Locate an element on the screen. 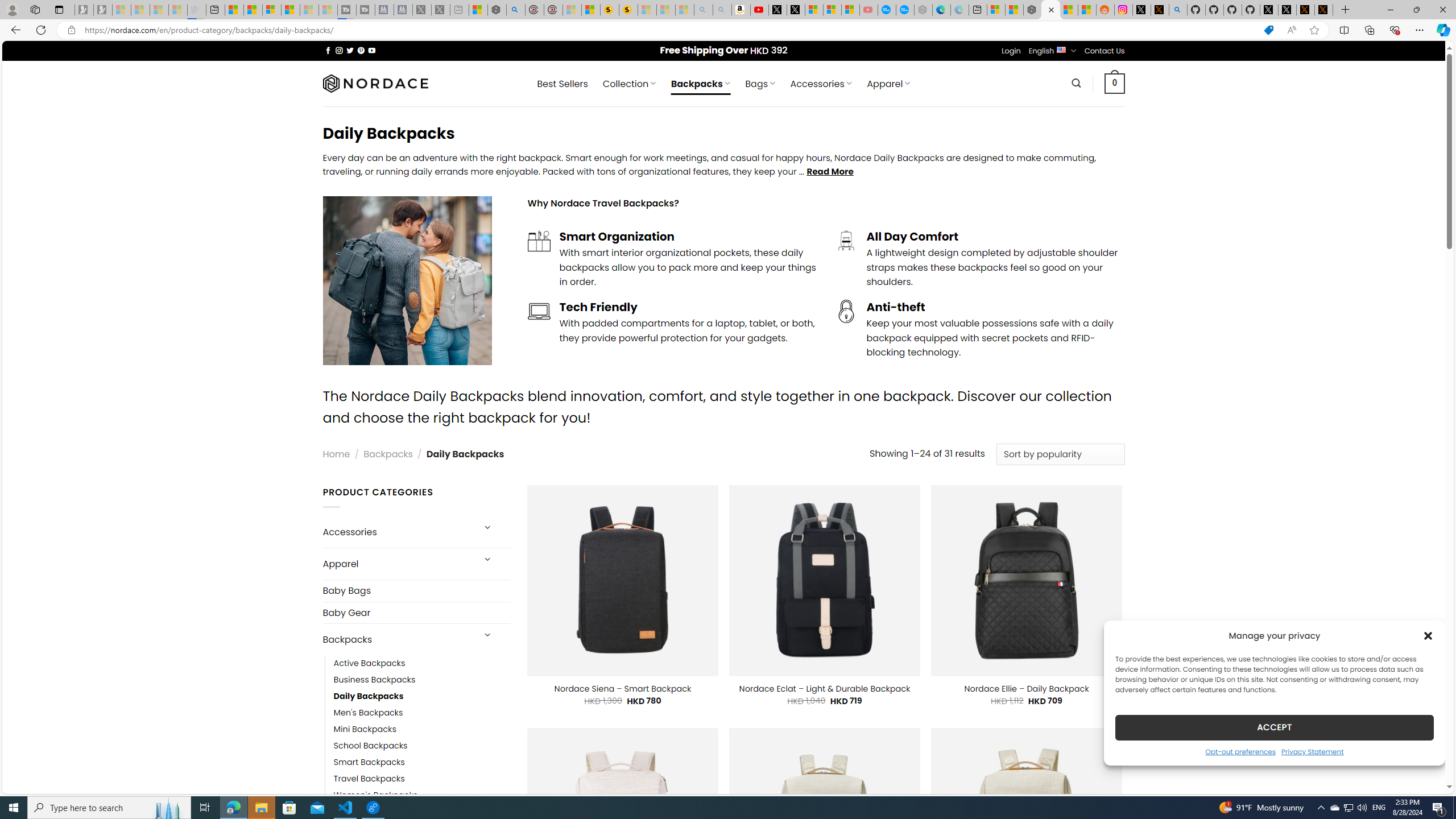 This screenshot has height=819, width=1456. 'Shop order' is located at coordinates (1060, 454).